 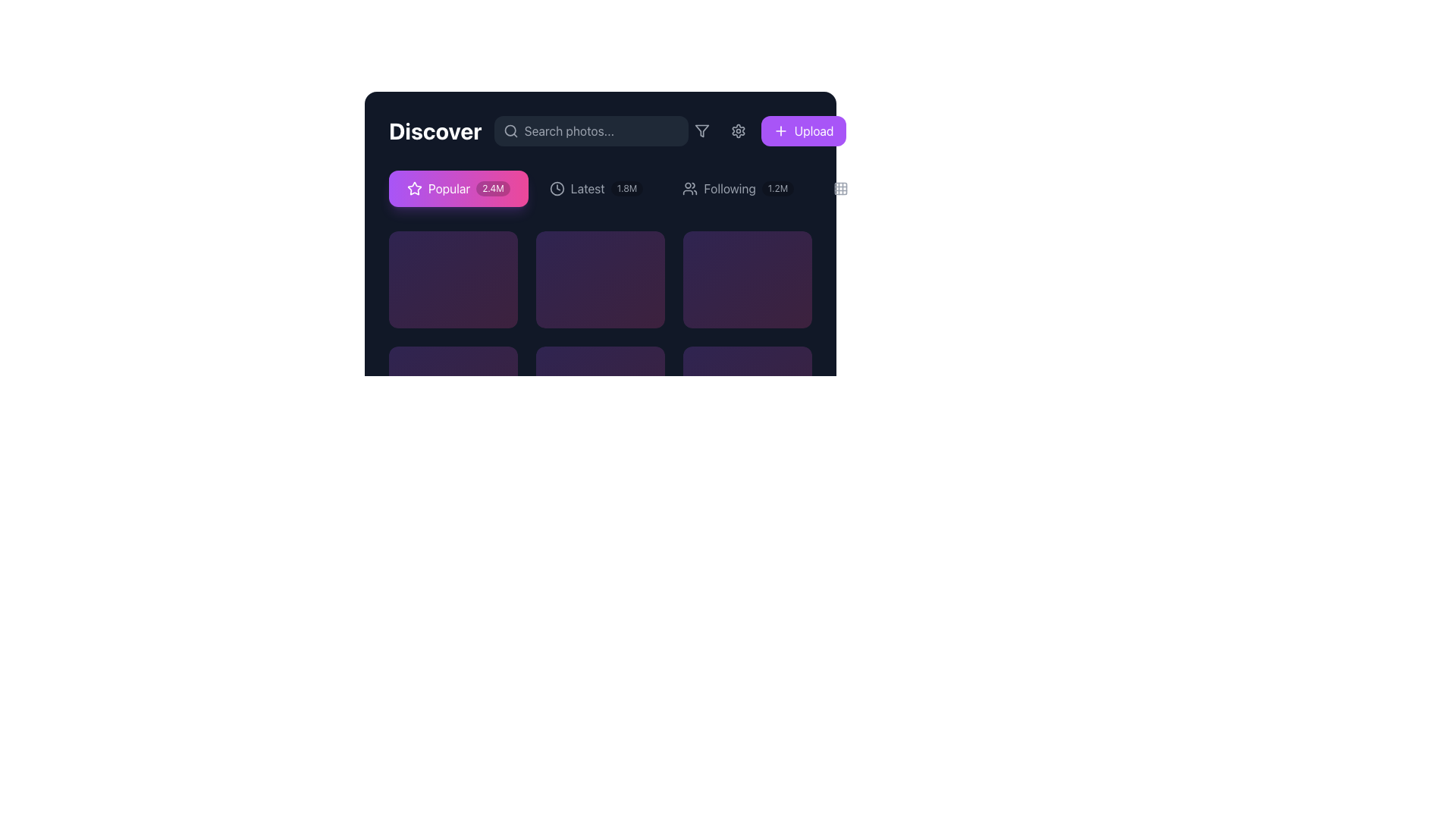 What do you see at coordinates (701, 130) in the screenshot?
I see `the filter icon located near the top-right corner of the application interface, adjacent to the search bar, to initiate a filtering action` at bounding box center [701, 130].